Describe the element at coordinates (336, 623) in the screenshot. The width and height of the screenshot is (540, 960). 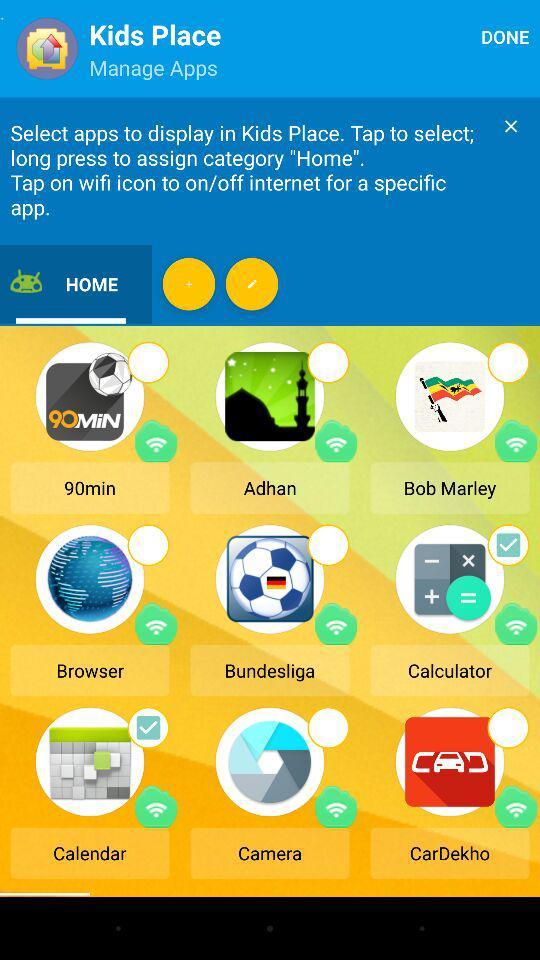
I see `wireless` at that location.